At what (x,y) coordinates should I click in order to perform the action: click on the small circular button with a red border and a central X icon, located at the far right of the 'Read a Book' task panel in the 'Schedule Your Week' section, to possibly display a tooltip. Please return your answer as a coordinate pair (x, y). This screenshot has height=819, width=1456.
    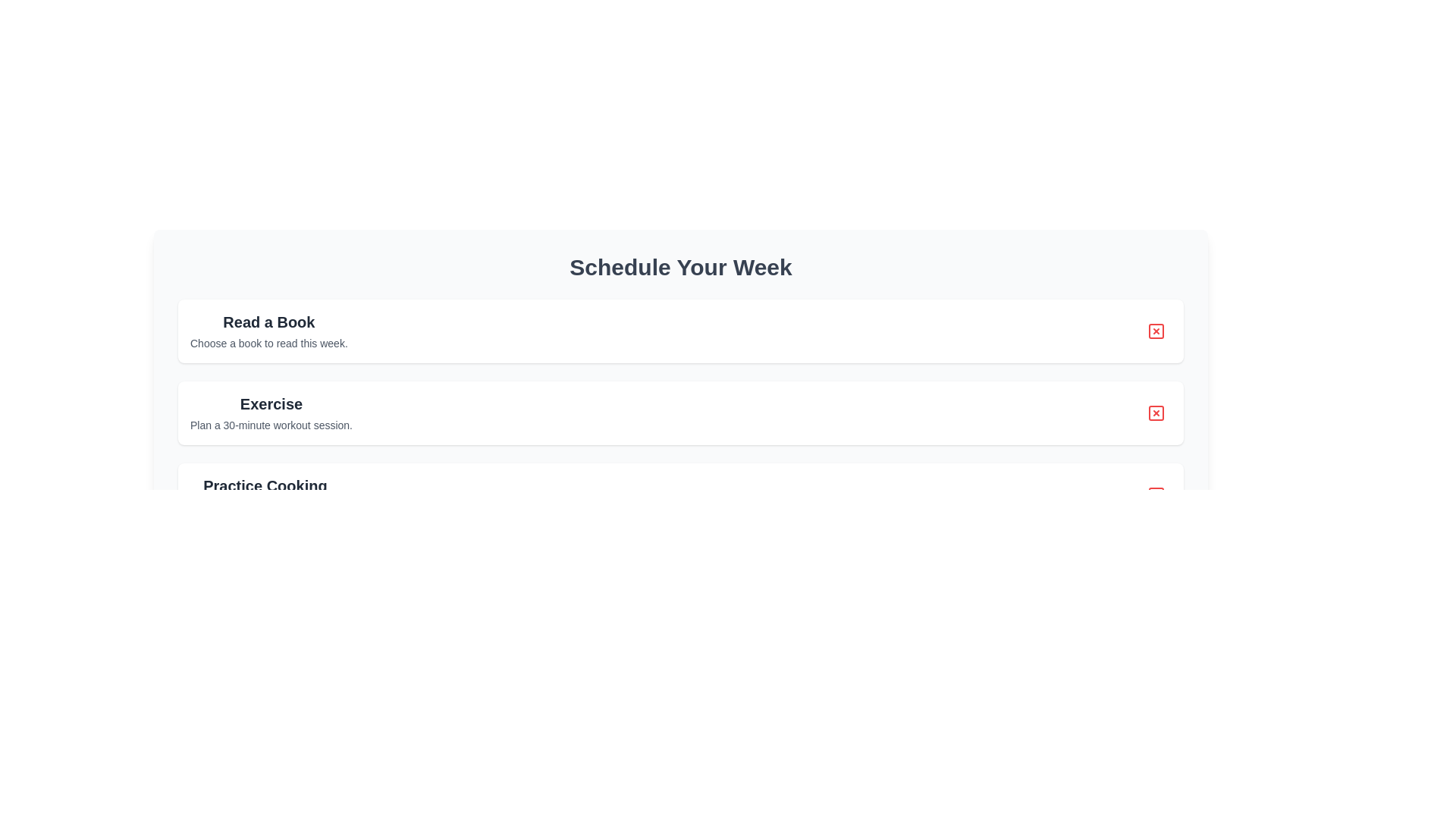
    Looking at the image, I should click on (1156, 330).